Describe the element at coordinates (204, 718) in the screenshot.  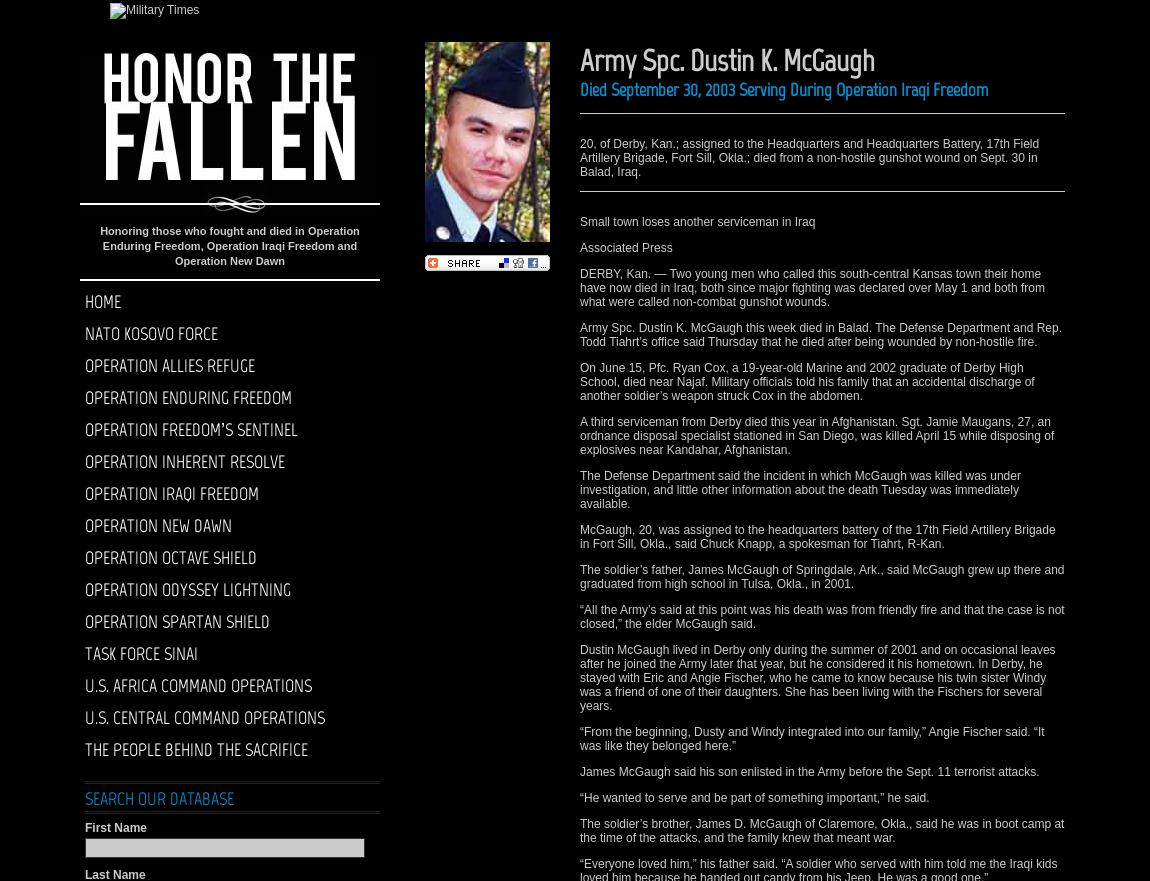
I see `'U.S. Central Command operations'` at that location.